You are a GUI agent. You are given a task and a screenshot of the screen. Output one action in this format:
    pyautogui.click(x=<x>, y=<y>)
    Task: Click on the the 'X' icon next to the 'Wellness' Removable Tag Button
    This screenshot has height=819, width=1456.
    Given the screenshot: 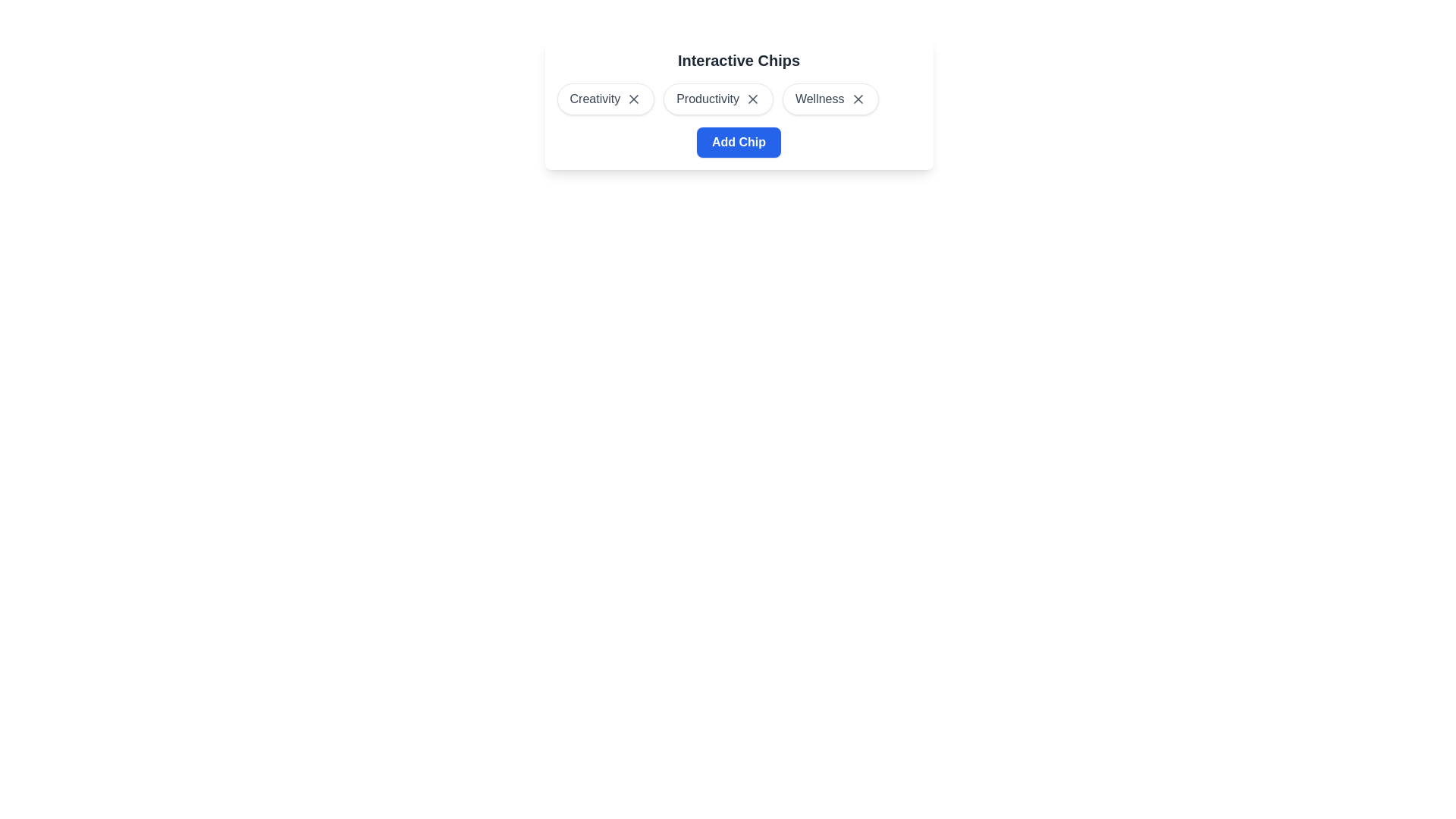 What is the action you would take?
    pyautogui.click(x=830, y=99)
    